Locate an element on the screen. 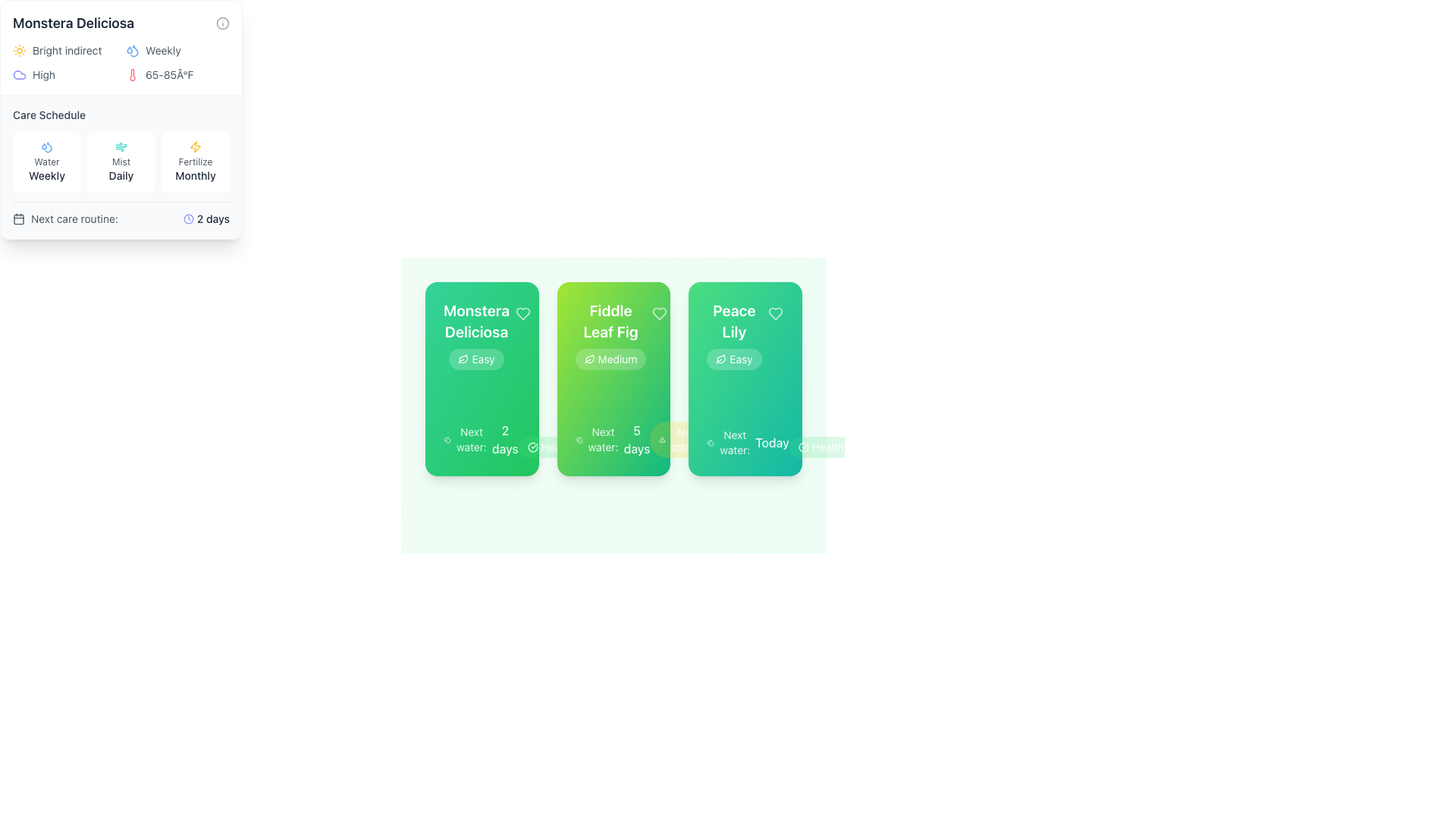  the heart icon located at the top-right corner of the 'Monstera Deliciosa' card to favorite the item is located at coordinates (523, 312).